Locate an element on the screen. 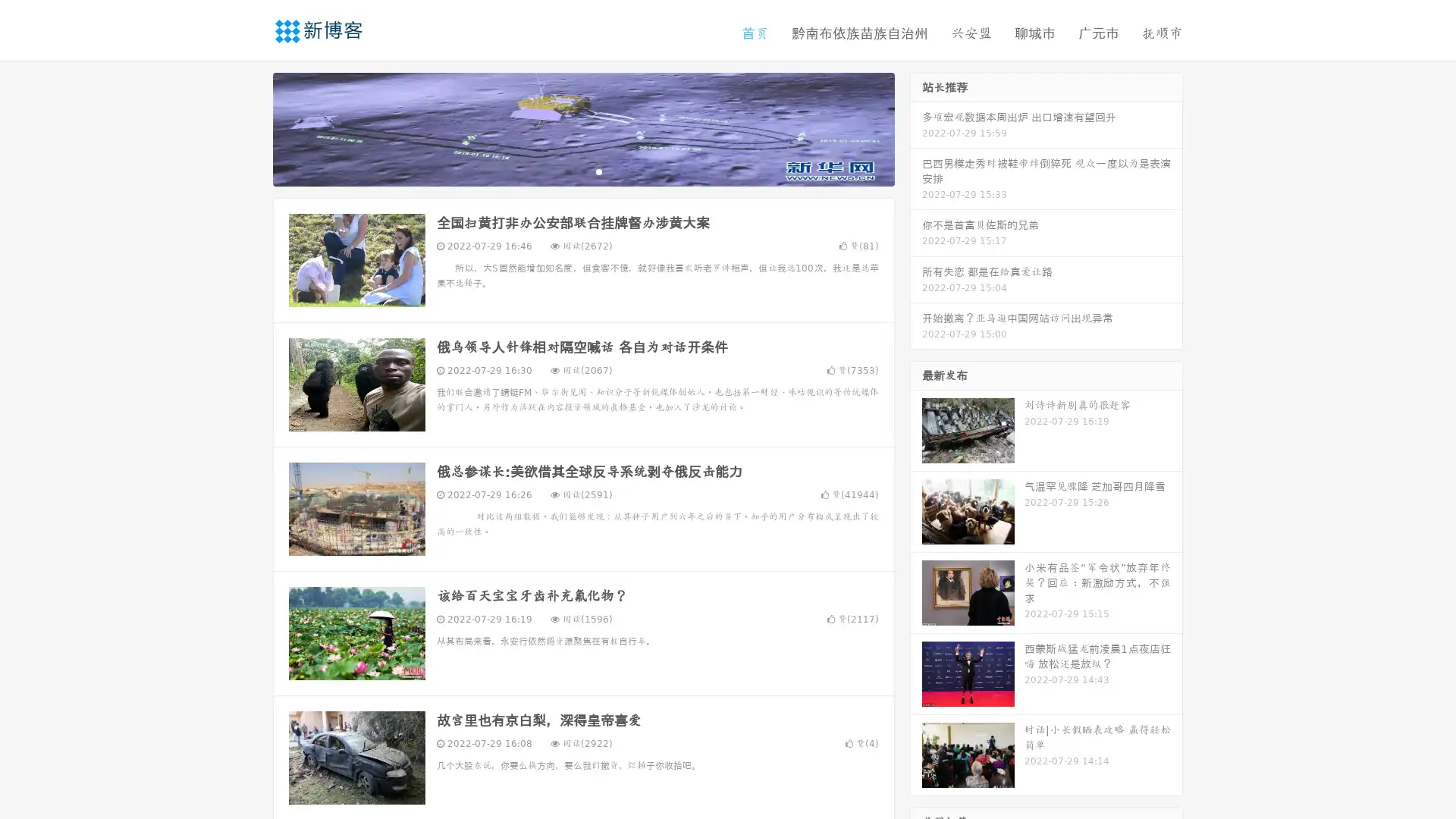 This screenshot has width=1456, height=819. Go to slide 1 is located at coordinates (567, 171).